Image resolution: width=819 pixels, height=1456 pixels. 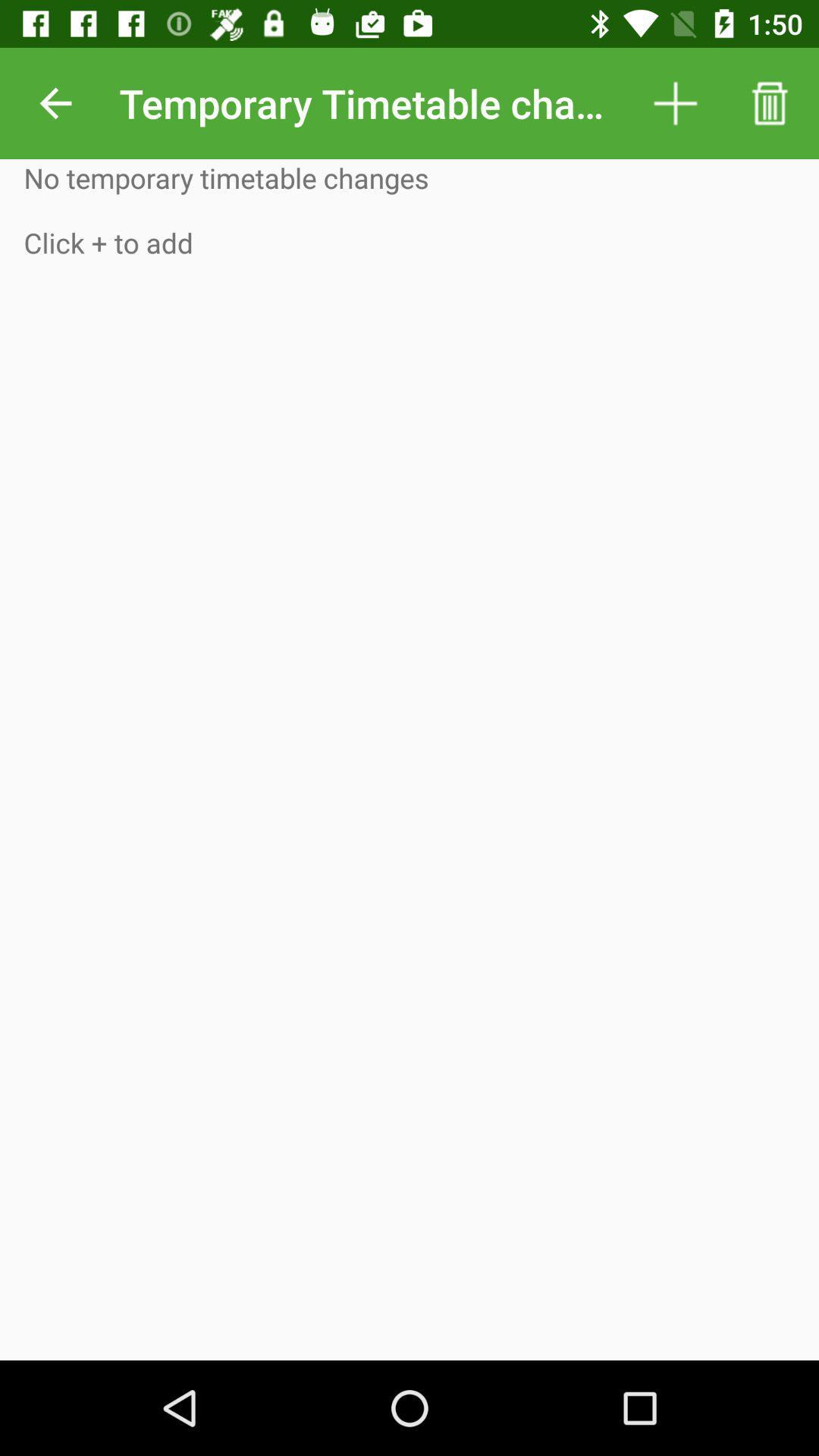 I want to click on the app to the left of temporary timetable changes, so click(x=55, y=102).